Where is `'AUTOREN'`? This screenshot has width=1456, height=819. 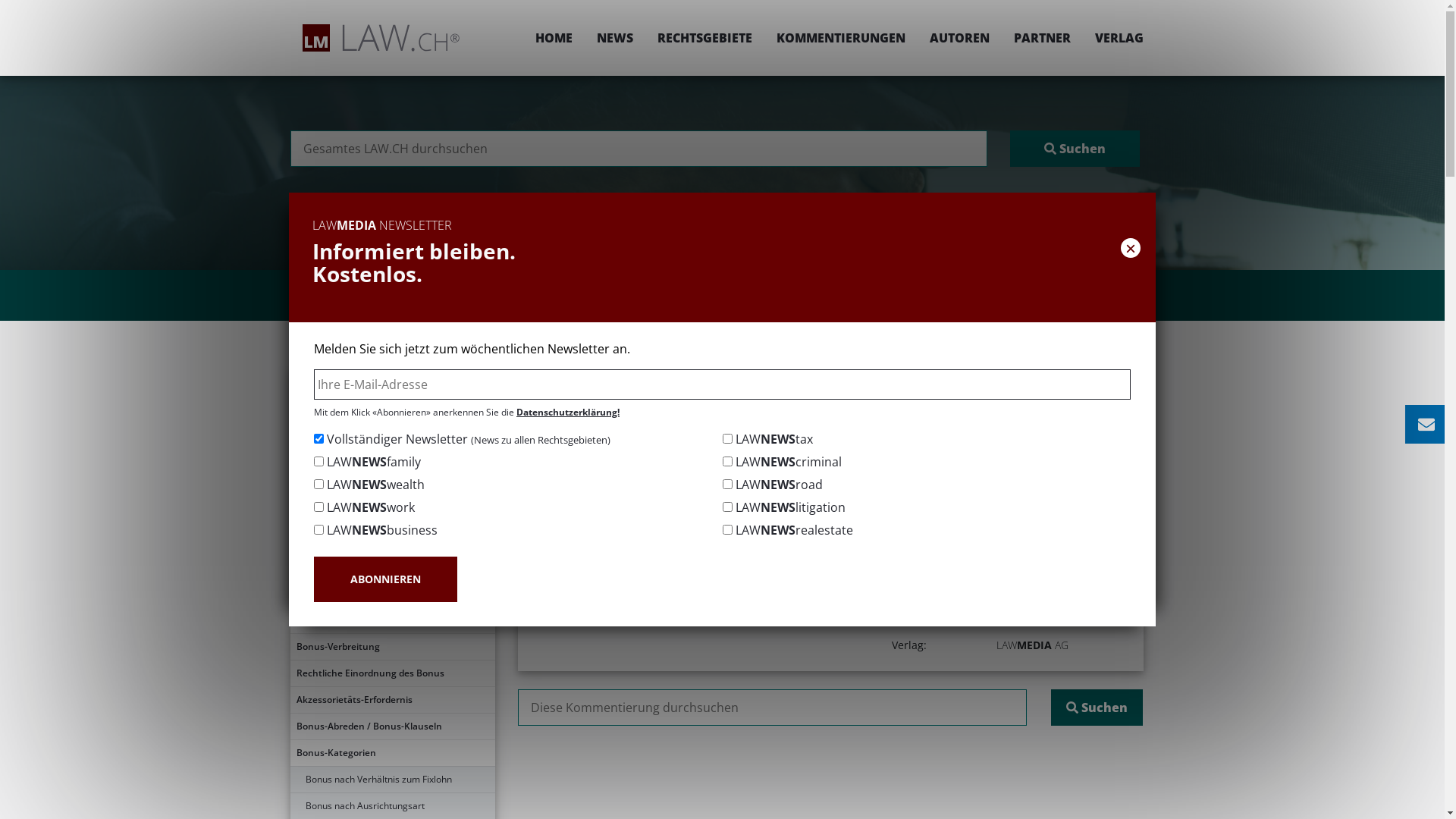
'AUTOREN' is located at coordinates (916, 37).